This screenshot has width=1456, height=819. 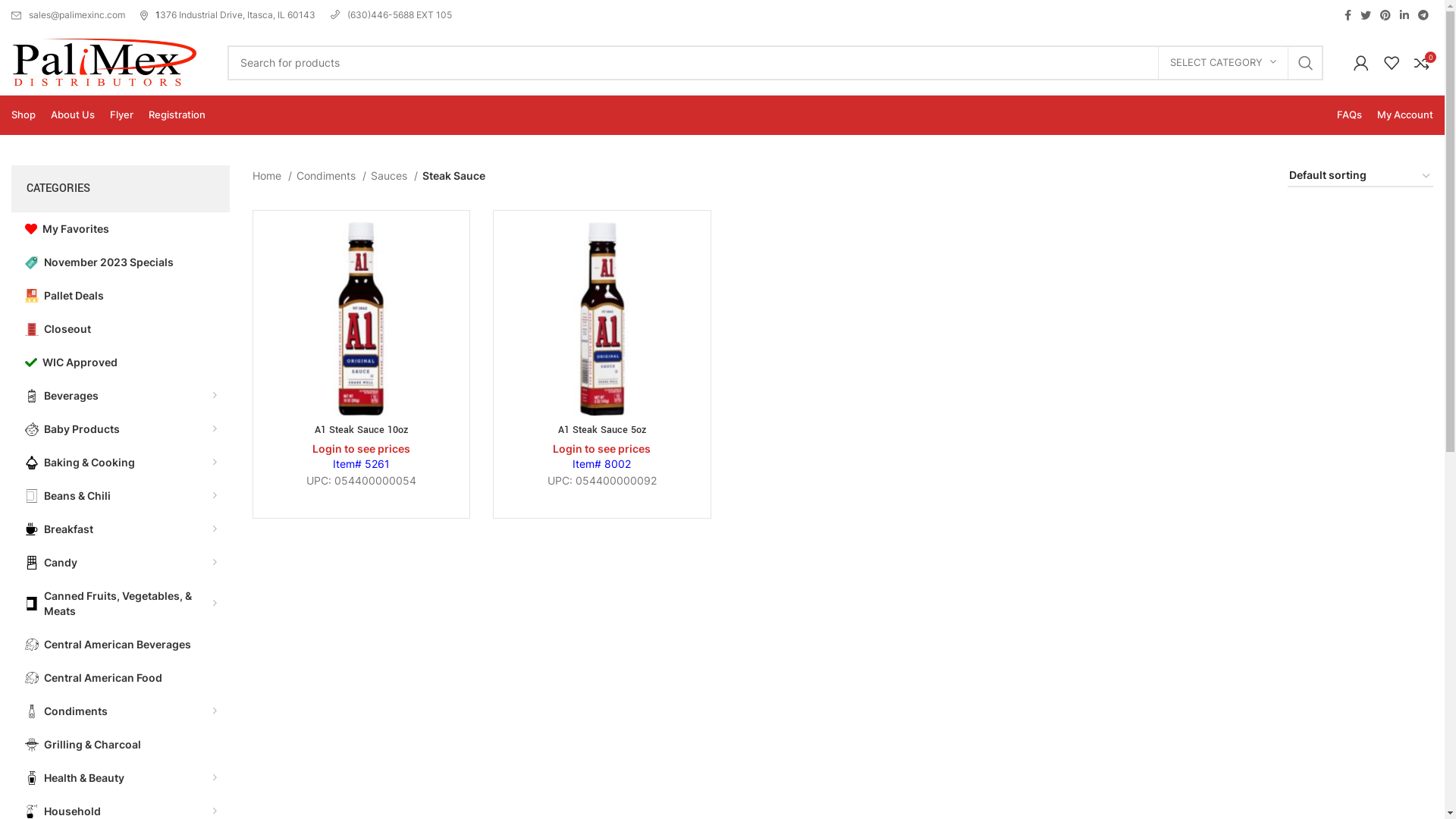 I want to click on 'November 2023 Specials', so click(x=119, y=262).